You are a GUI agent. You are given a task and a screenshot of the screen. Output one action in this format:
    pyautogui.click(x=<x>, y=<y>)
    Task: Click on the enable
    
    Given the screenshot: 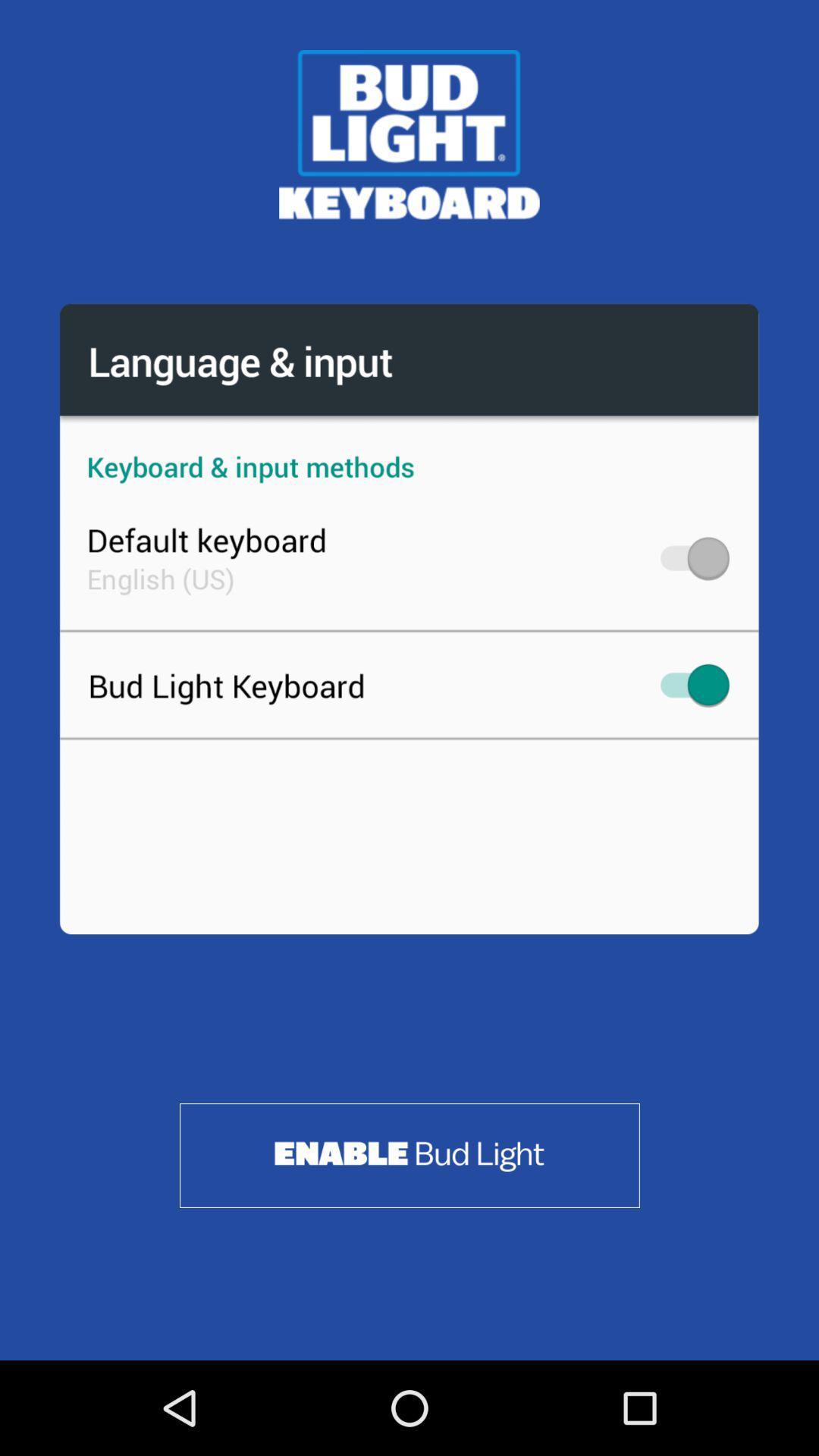 What is the action you would take?
    pyautogui.click(x=409, y=1154)
    